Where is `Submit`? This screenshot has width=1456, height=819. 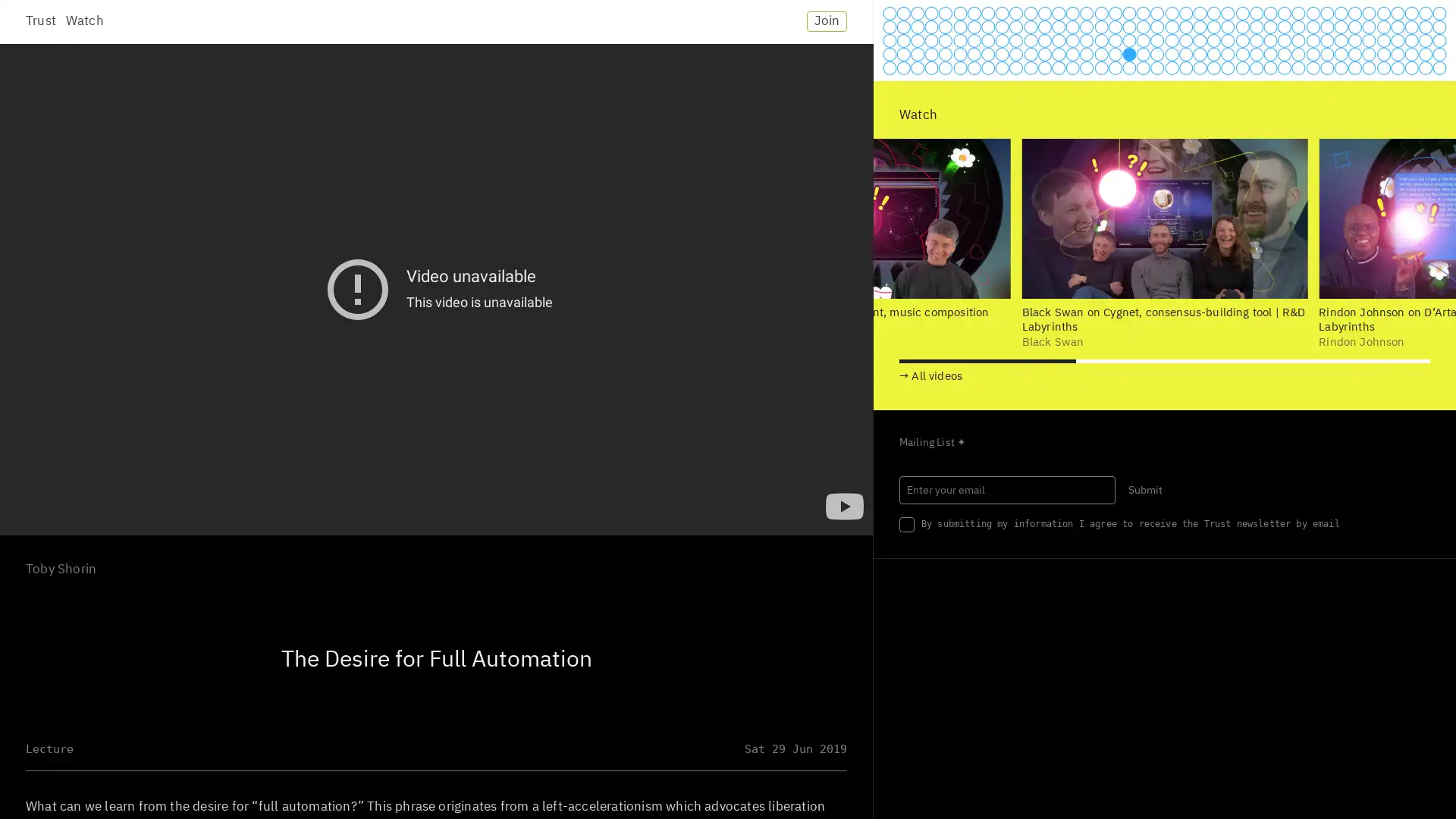
Submit is located at coordinates (1138, 489).